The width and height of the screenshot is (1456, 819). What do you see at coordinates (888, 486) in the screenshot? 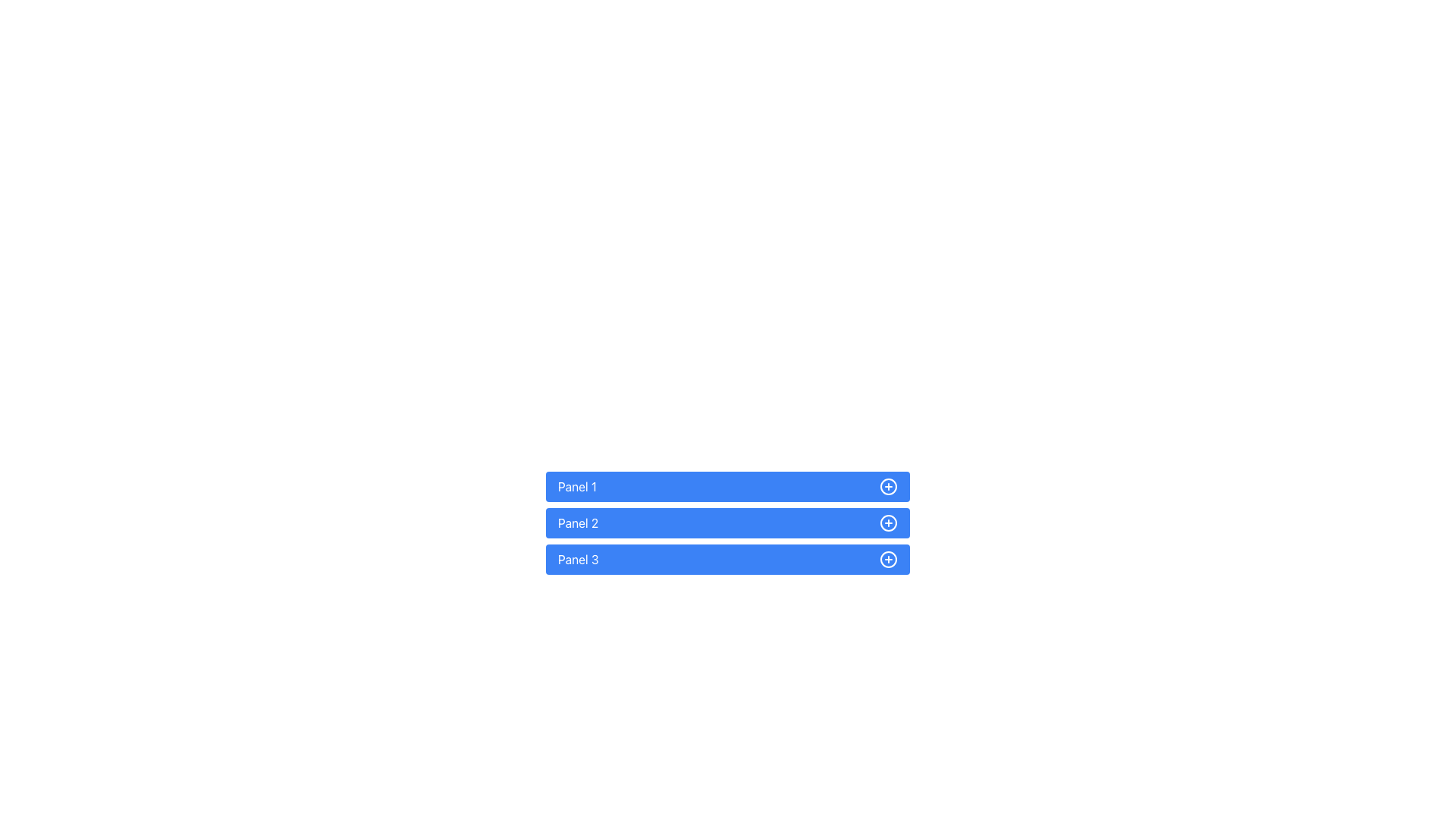
I see `the icon located at the far-right edge of 'Panel 1'` at bounding box center [888, 486].